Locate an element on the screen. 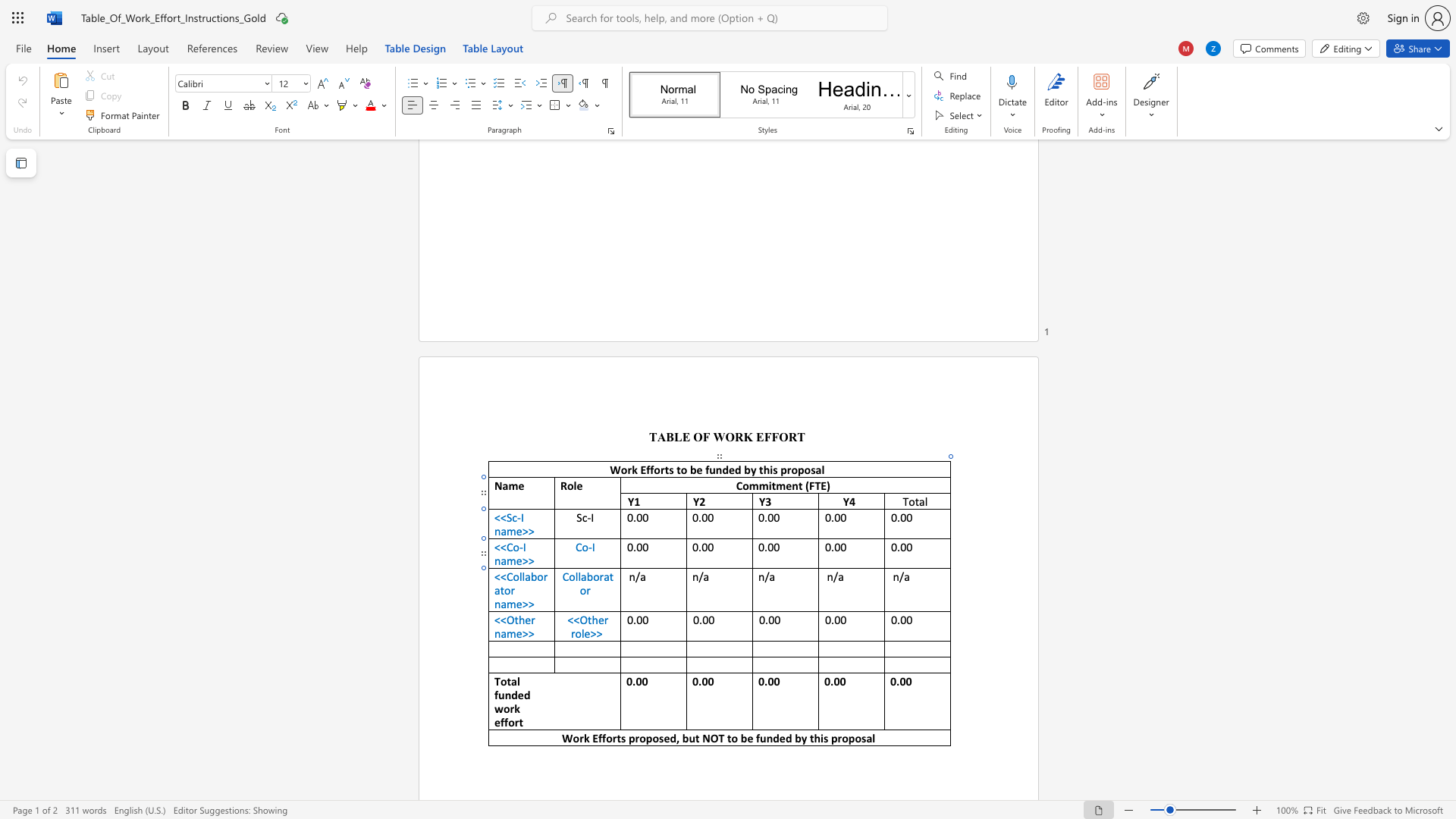  the 2th character "e" in the text is located at coordinates (586, 633).